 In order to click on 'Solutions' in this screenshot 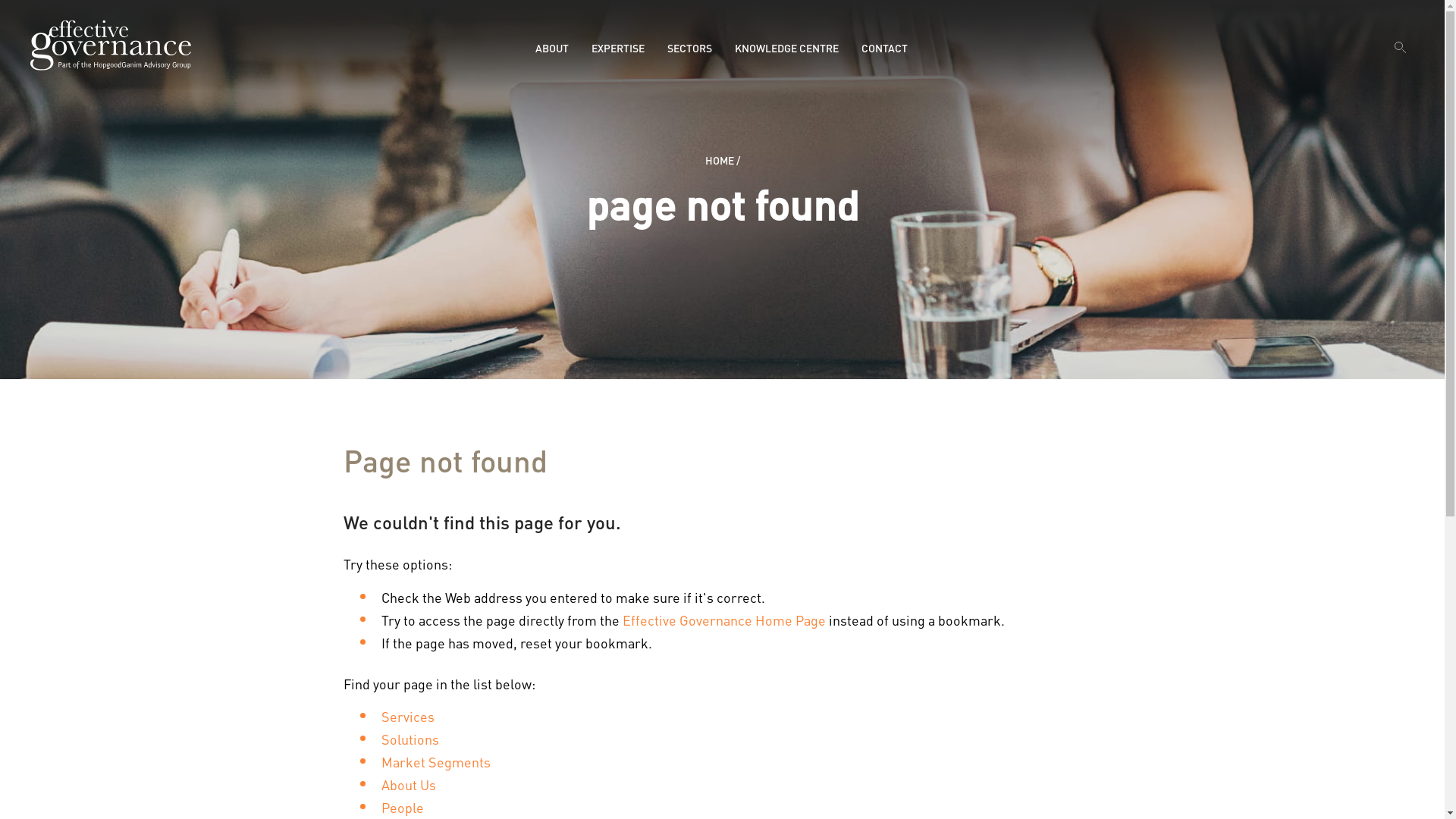, I will do `click(409, 738)`.